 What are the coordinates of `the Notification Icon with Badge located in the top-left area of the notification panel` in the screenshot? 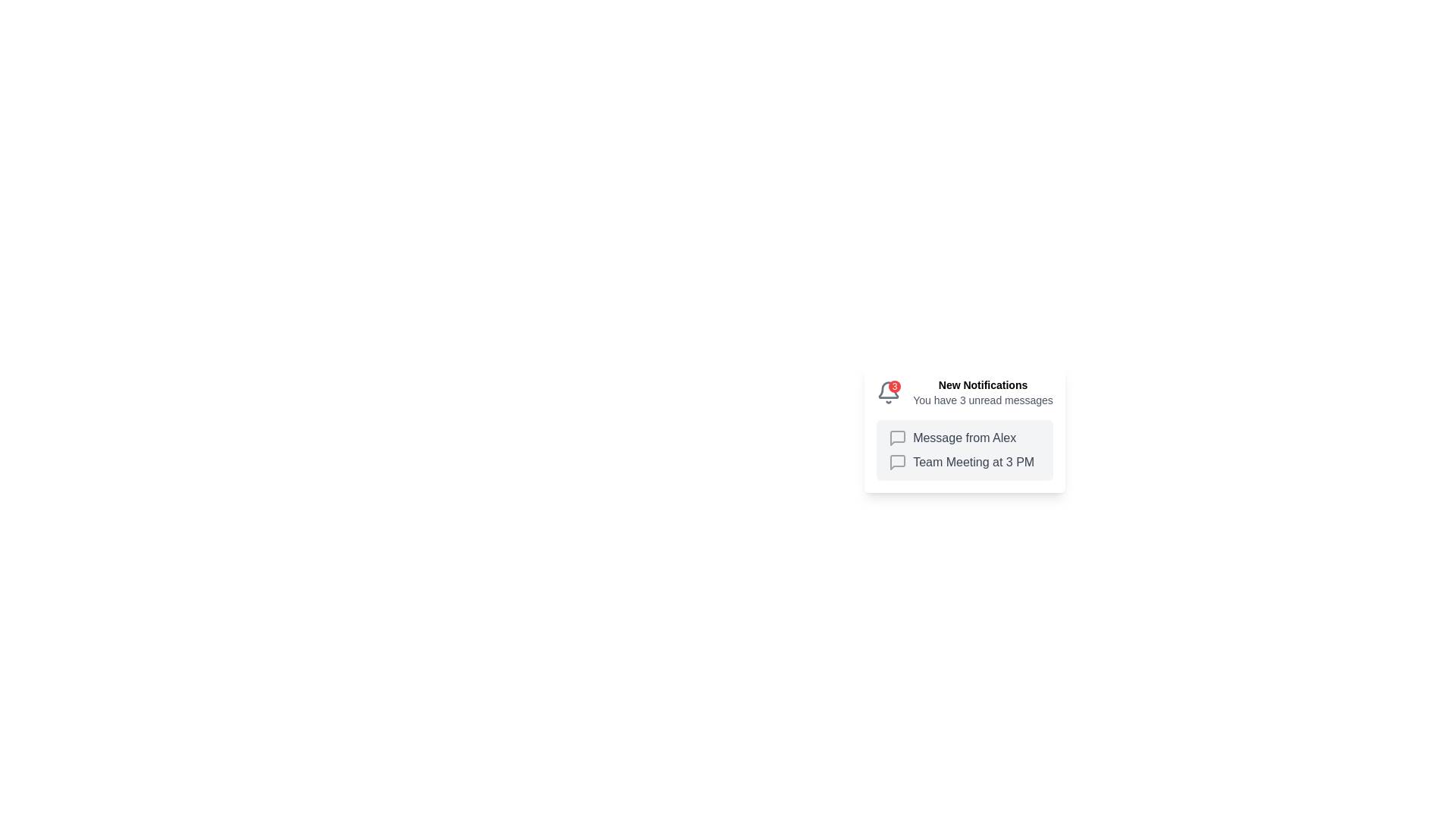 It's located at (888, 391).